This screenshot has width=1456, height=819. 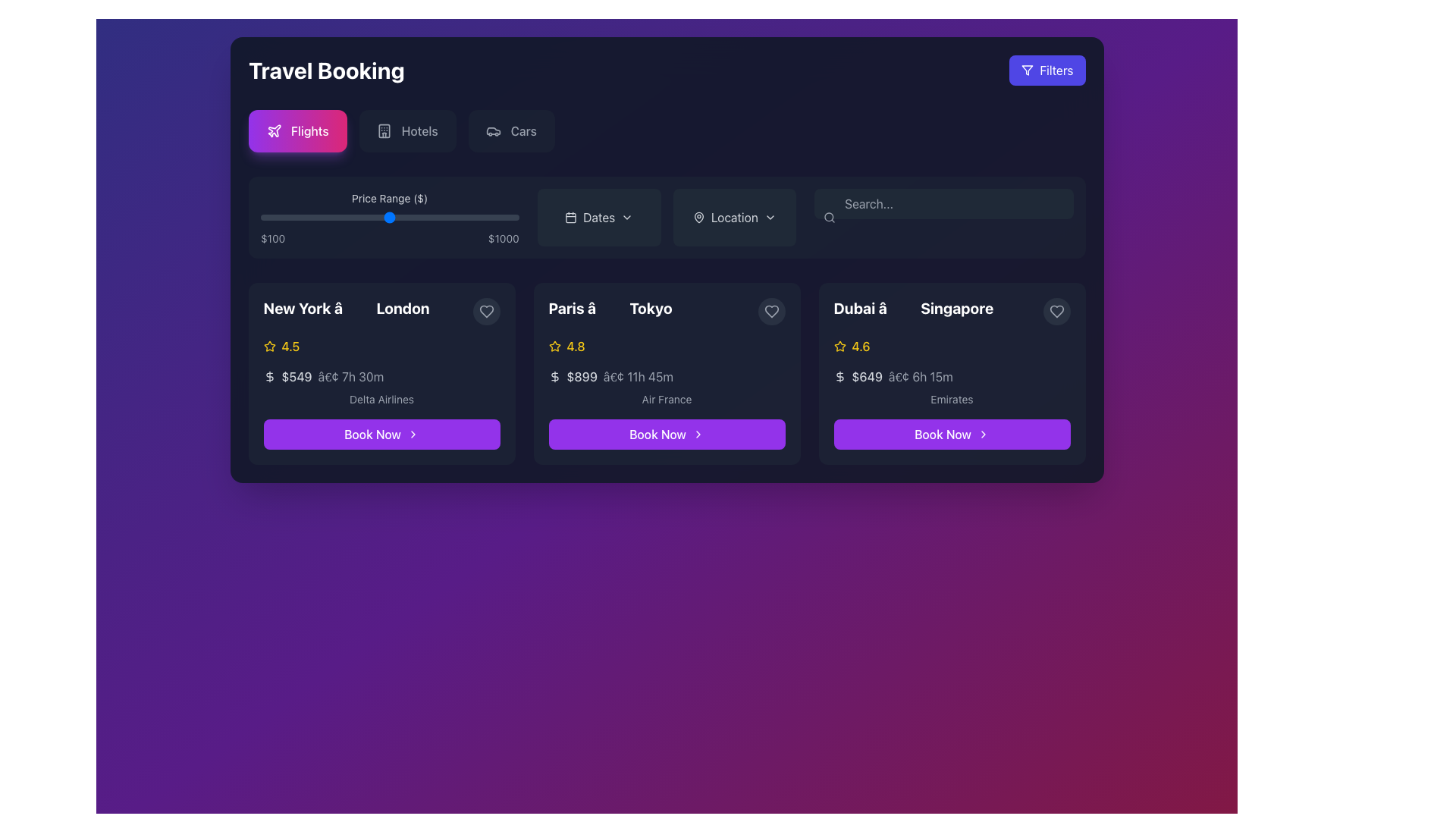 I want to click on the Text label displaying '$100', which is positioned at the bottom left of the 'Price Range ($)' slider component, so click(x=272, y=239).